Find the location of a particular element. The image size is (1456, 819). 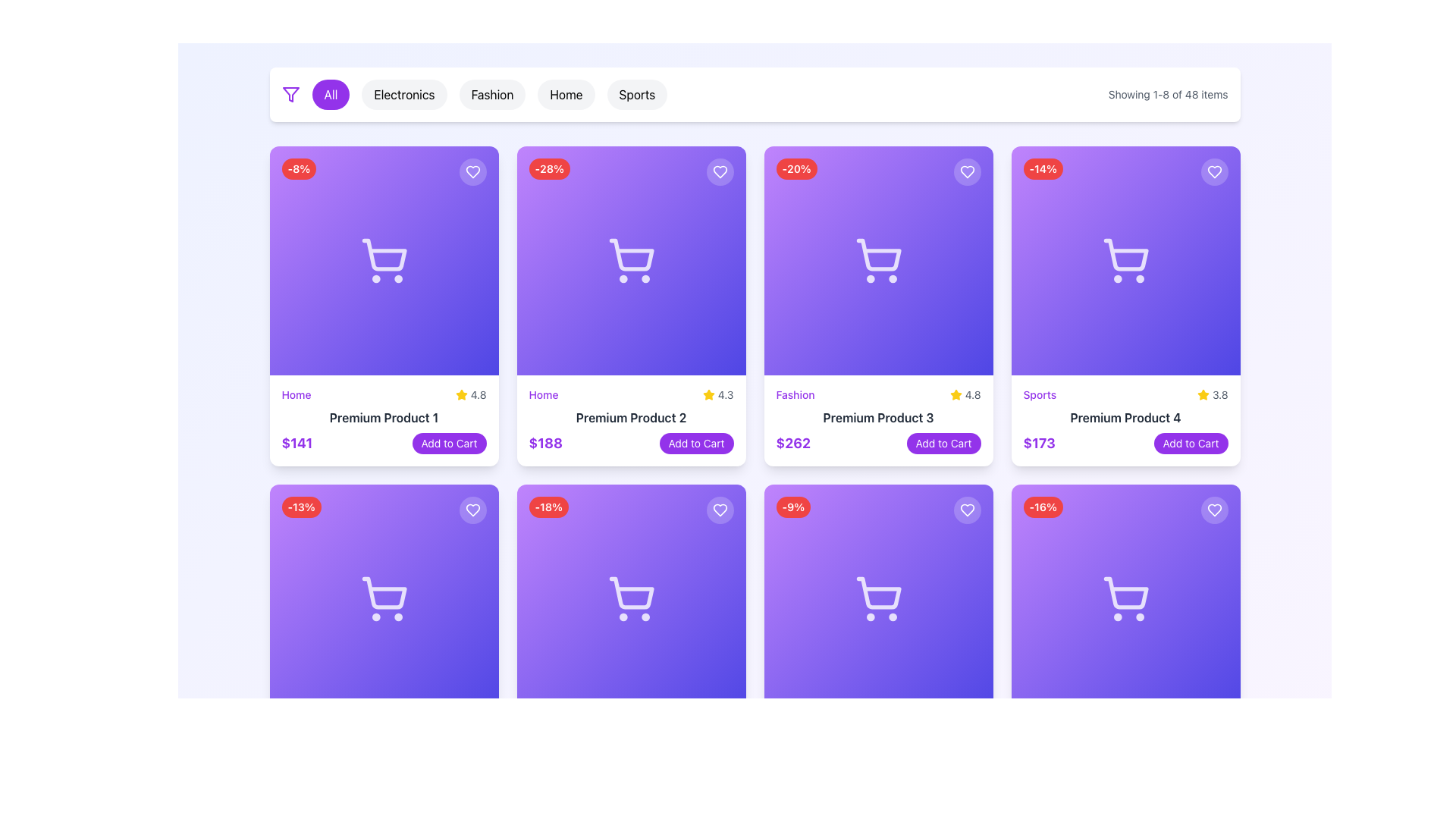

the small circular button with a white heart icon located at the top-right corner of the card for 'Premium Product 3' to observe the opacity change is located at coordinates (966, 171).